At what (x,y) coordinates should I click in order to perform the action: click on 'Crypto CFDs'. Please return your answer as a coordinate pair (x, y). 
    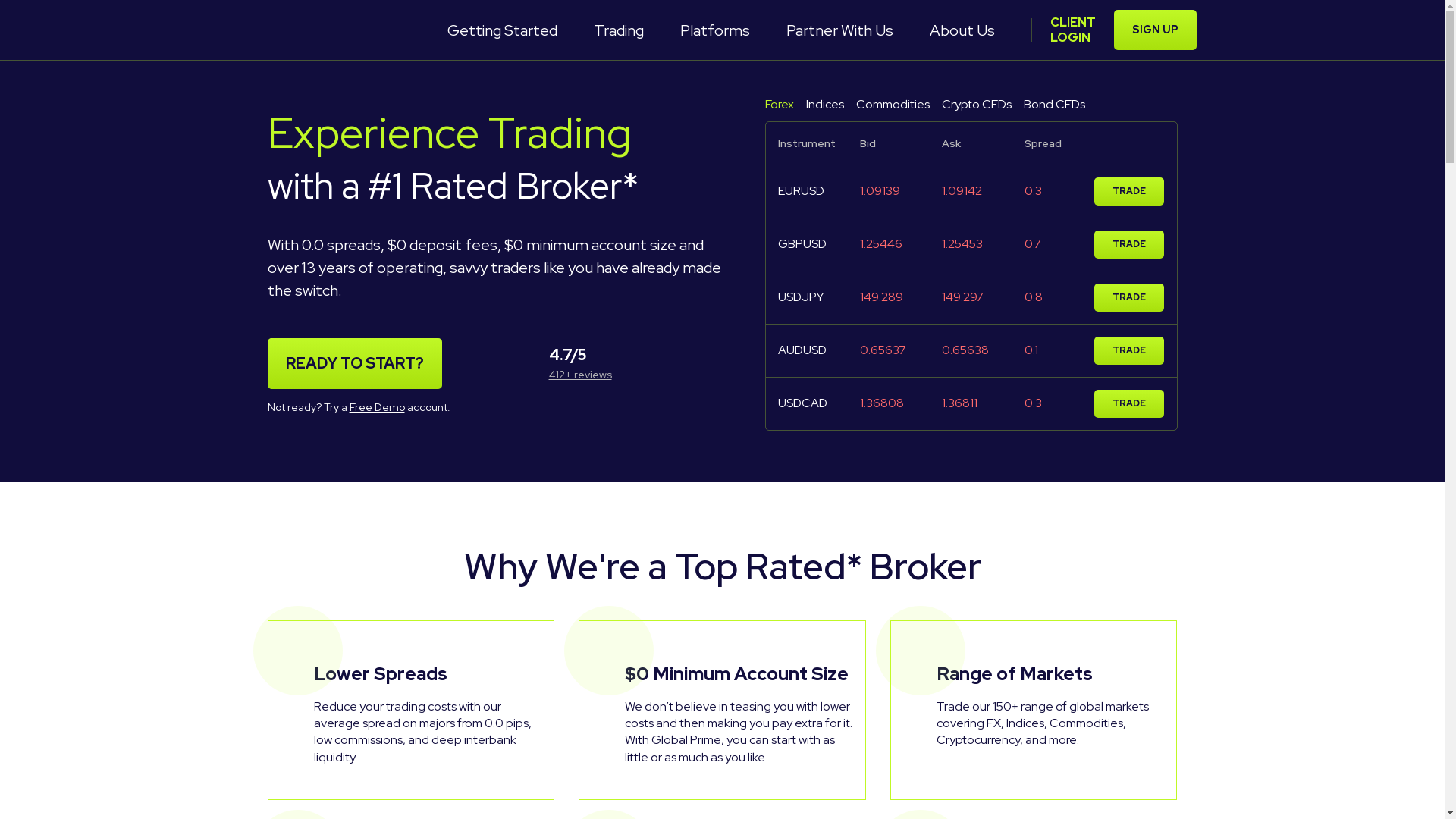
    Looking at the image, I should click on (976, 104).